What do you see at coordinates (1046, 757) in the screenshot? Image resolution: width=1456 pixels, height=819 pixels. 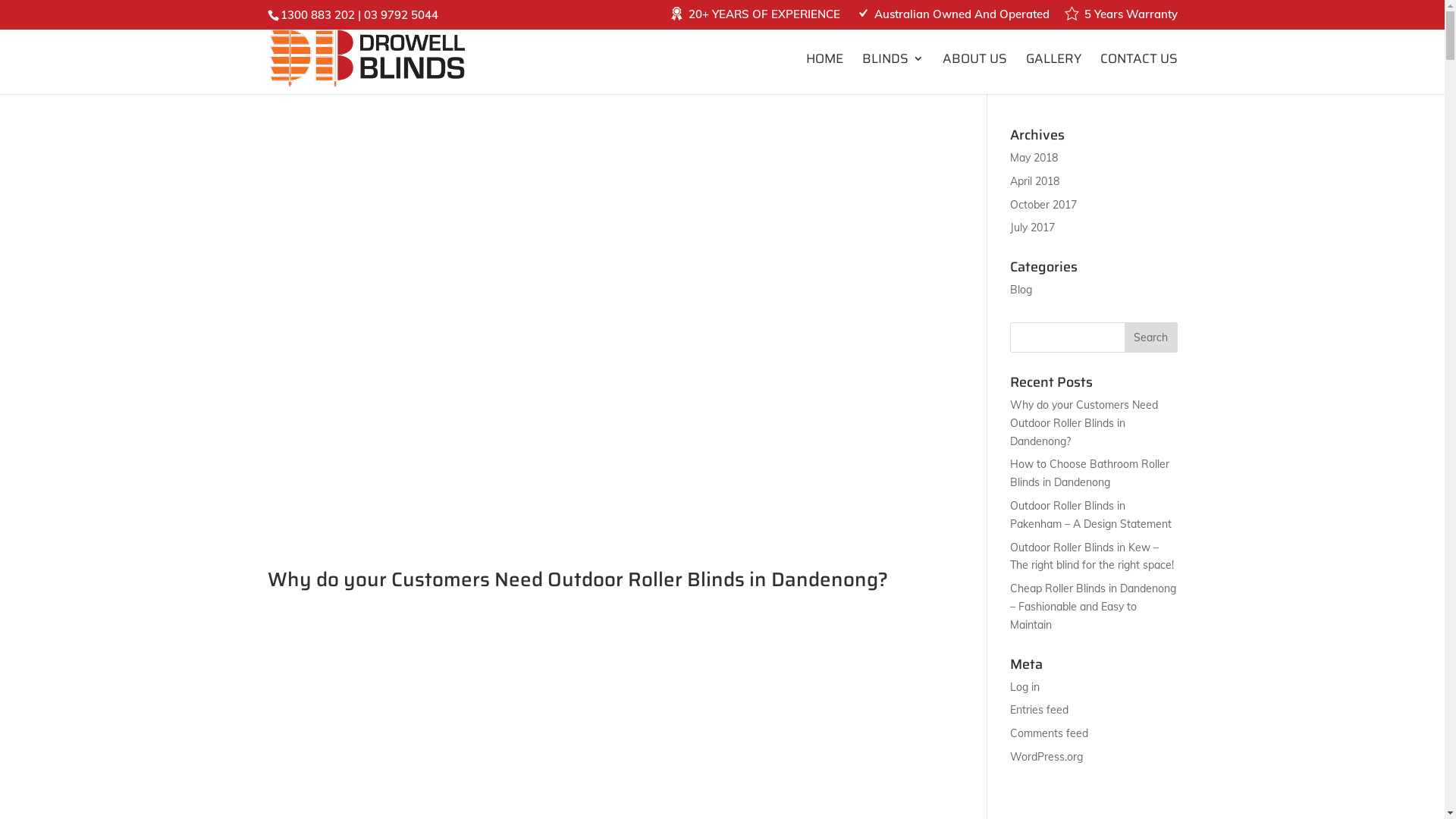 I see `'WordPress.org'` at bounding box center [1046, 757].